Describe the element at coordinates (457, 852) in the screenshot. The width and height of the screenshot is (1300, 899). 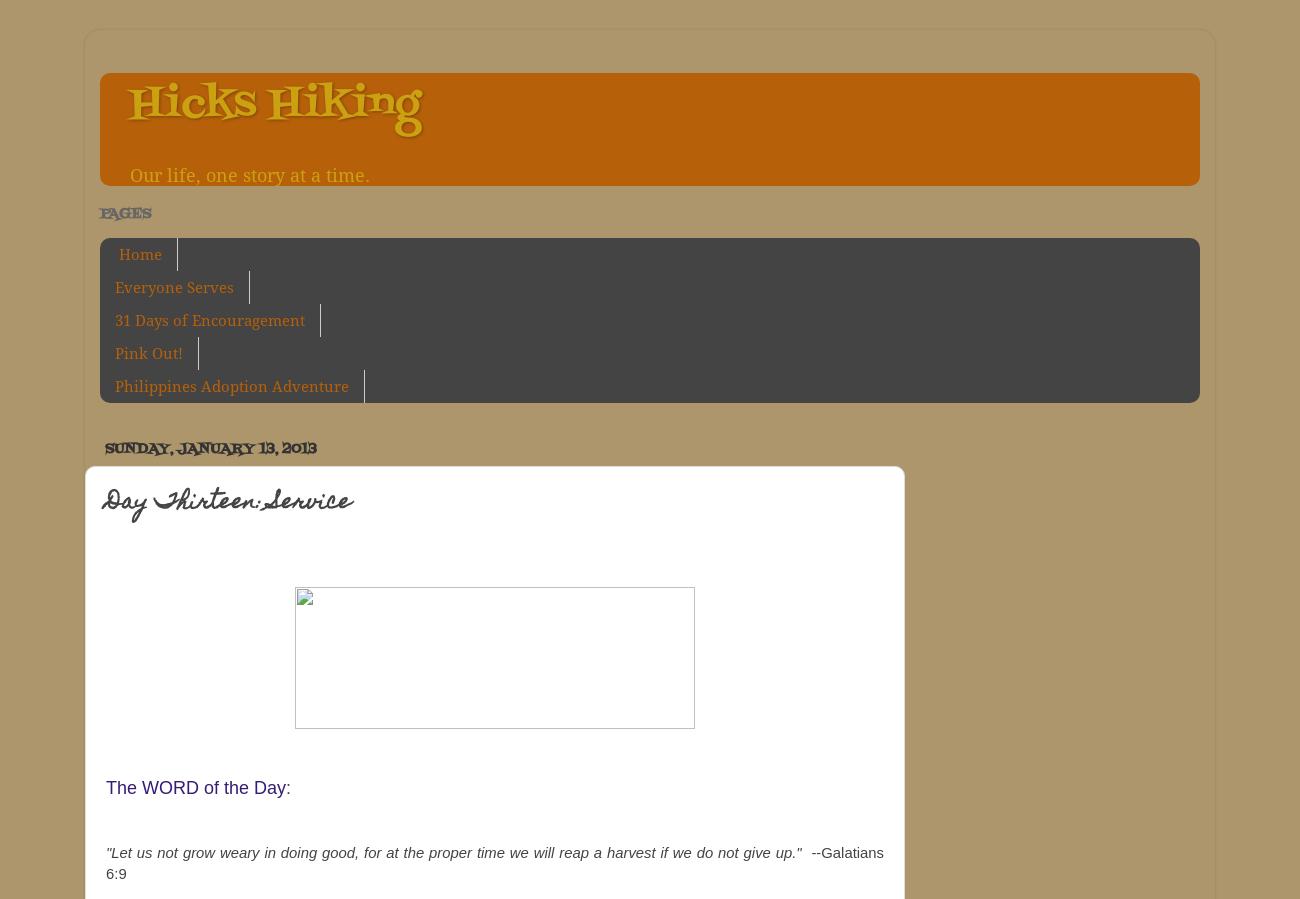
I see `'"Let us not grow weary in doing good, for at the proper time we
will reap a harvest if we do not give up."'` at that location.